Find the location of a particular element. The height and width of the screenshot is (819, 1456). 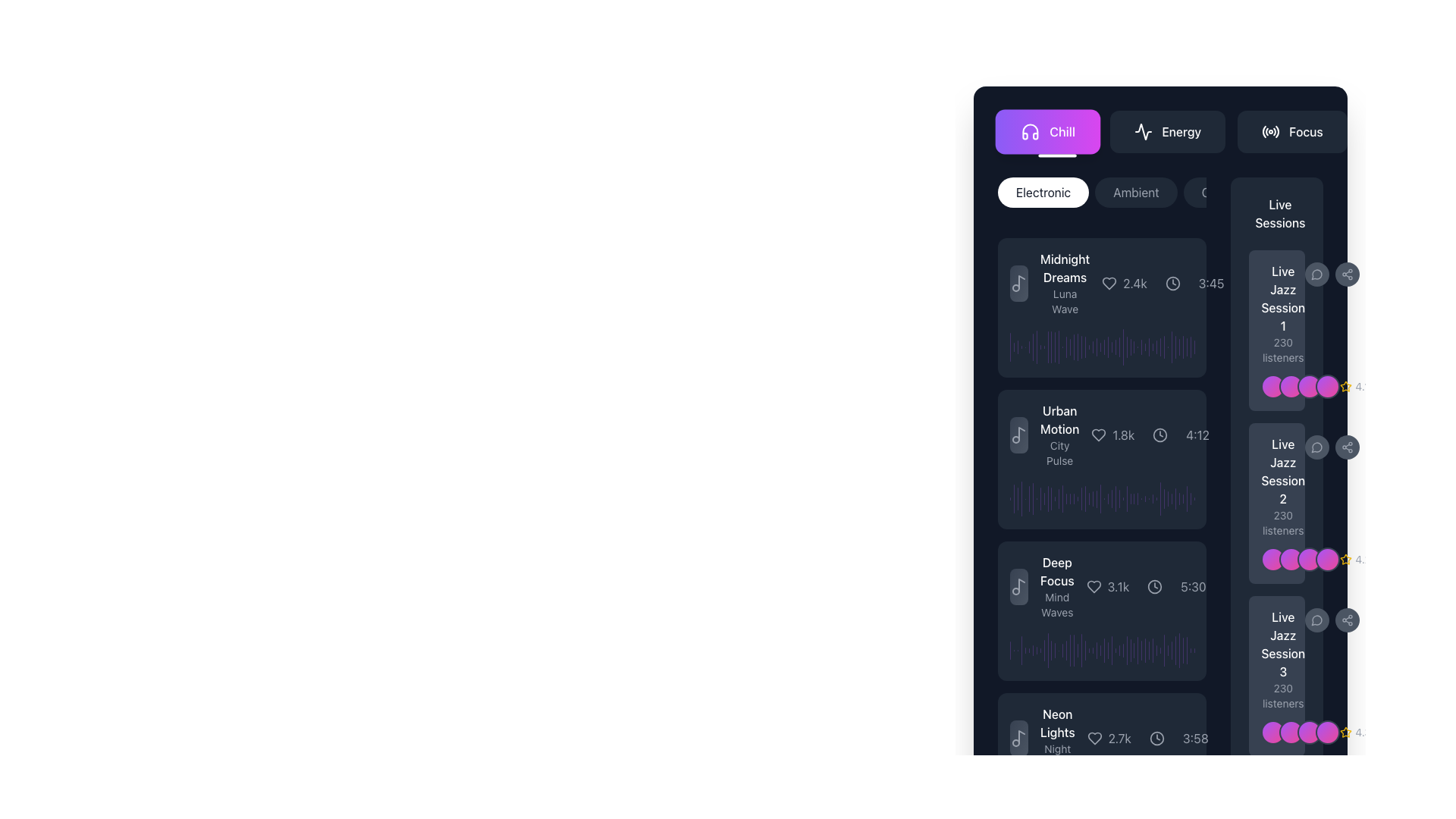

the 28th vertical bar in the audio amplitude visualization located near the bottom-right of the interface, adjacent to the 'Live Jazz Session 2' track listing is located at coordinates (1104, 649).